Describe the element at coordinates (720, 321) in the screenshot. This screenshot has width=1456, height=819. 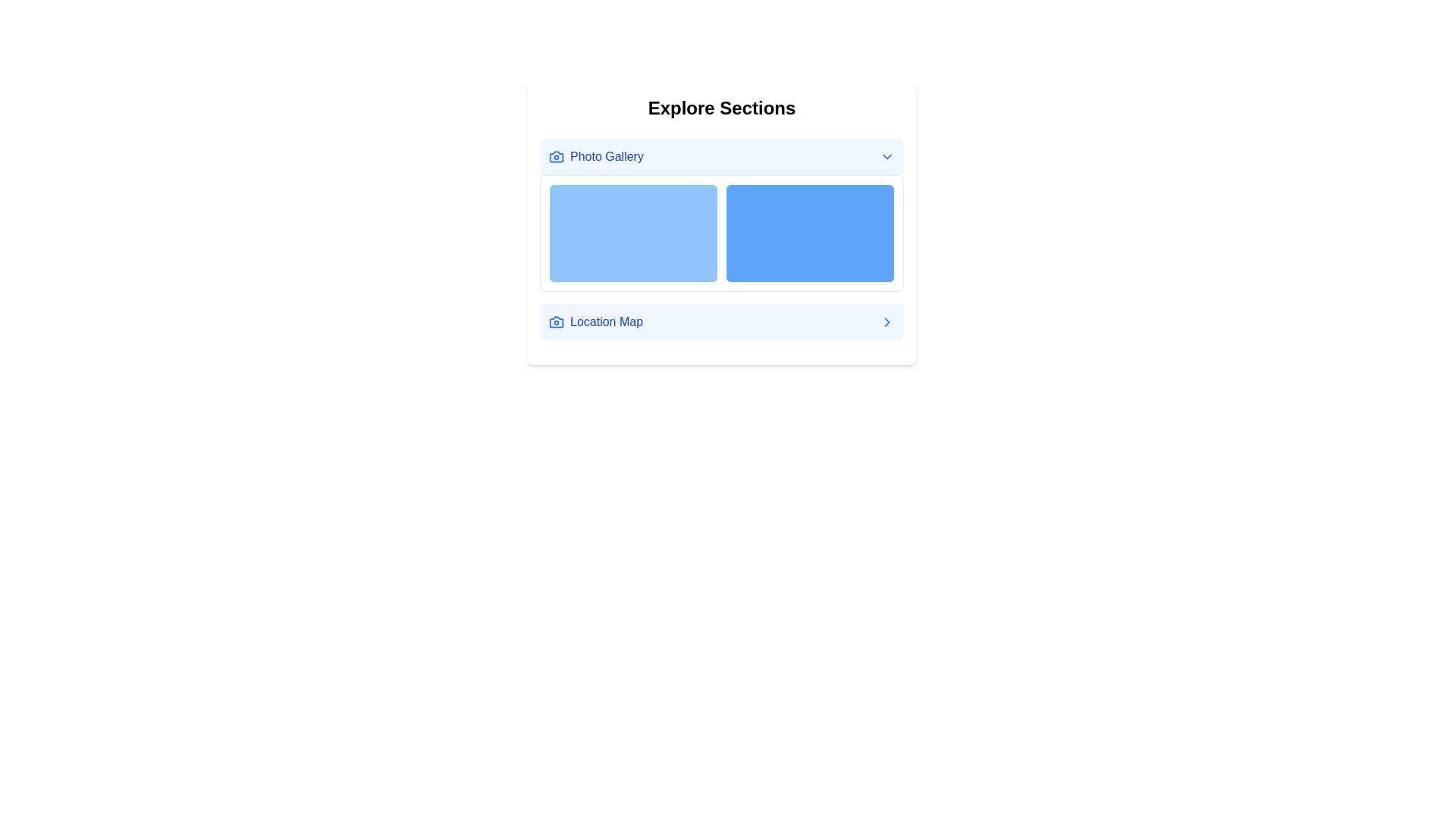
I see `the second item in the 'Explore Sections' card, which redirects to 'Location Map'` at that location.